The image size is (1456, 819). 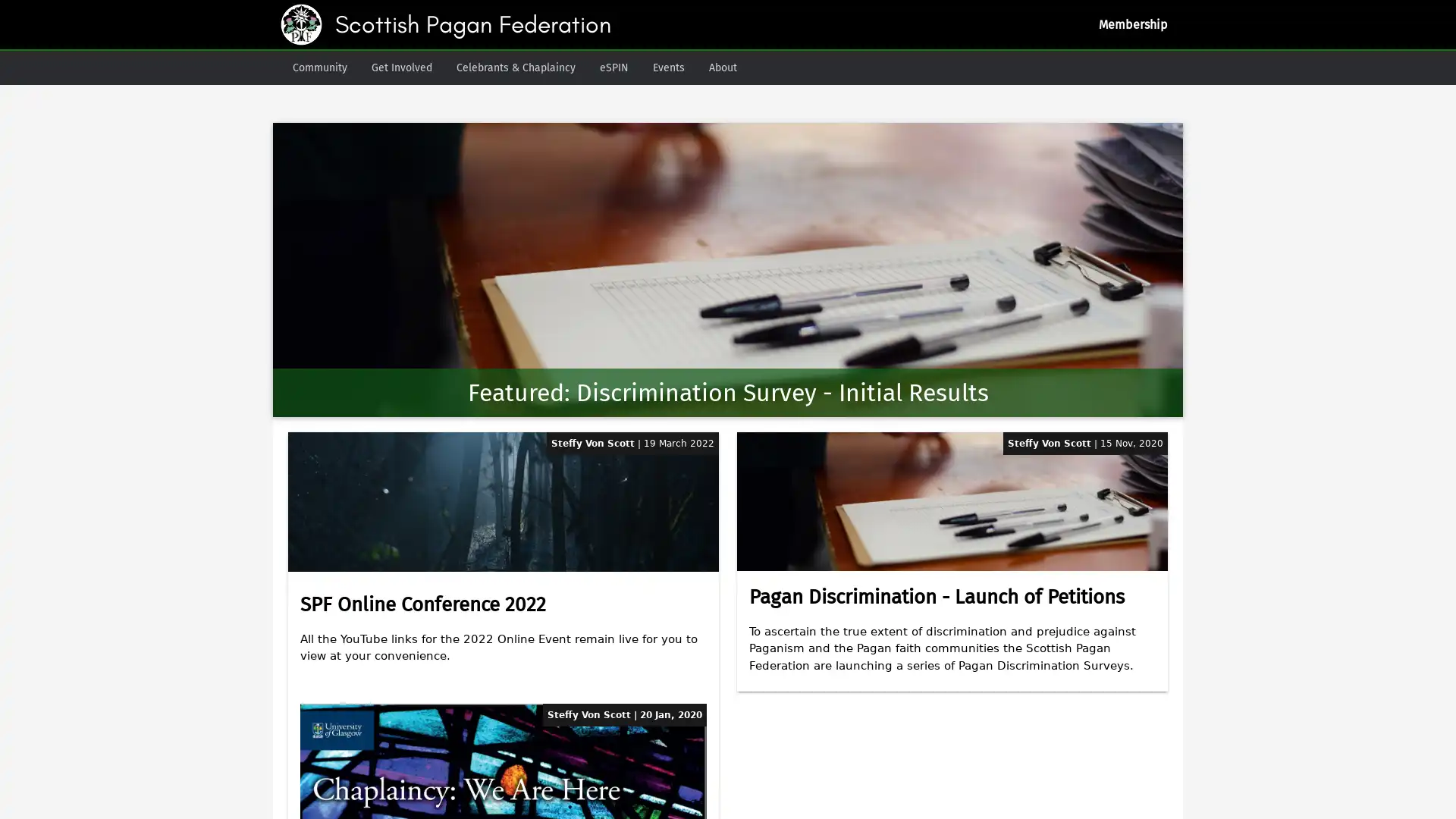 What do you see at coordinates (614, 67) in the screenshot?
I see `eSPIN` at bounding box center [614, 67].